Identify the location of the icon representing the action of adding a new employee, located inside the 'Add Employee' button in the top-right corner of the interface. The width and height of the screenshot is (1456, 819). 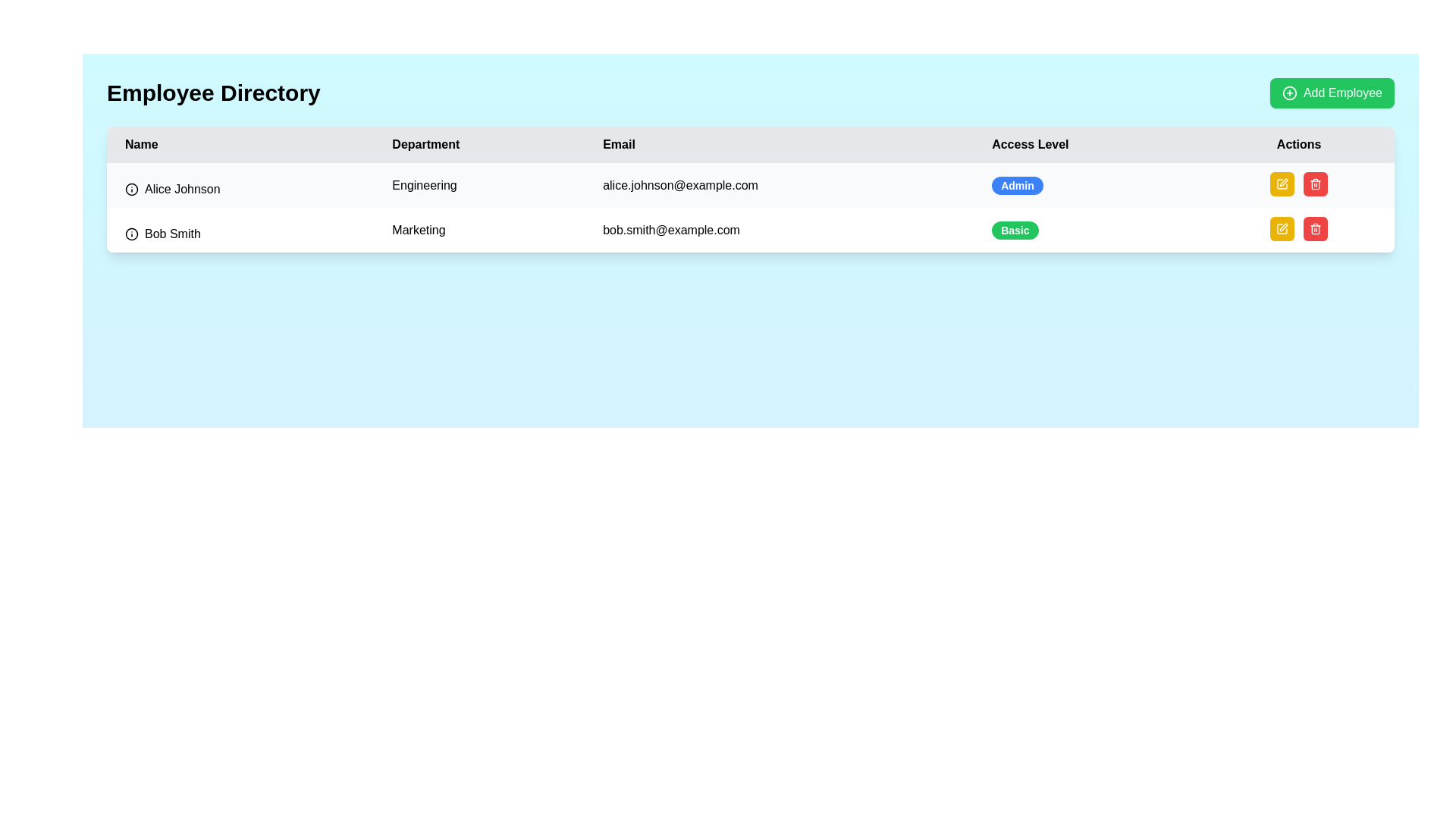
(1288, 93).